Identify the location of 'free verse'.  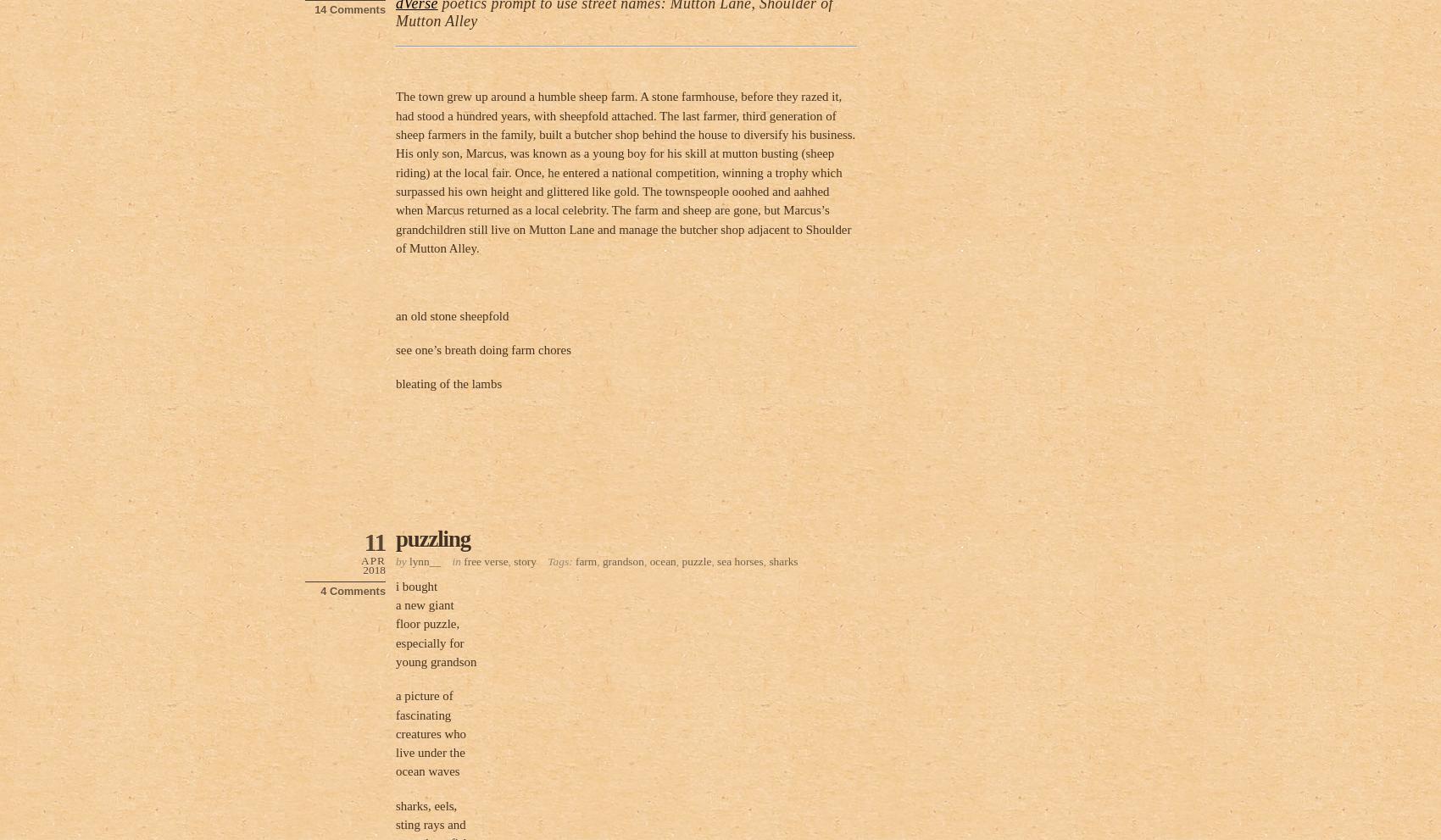
(485, 559).